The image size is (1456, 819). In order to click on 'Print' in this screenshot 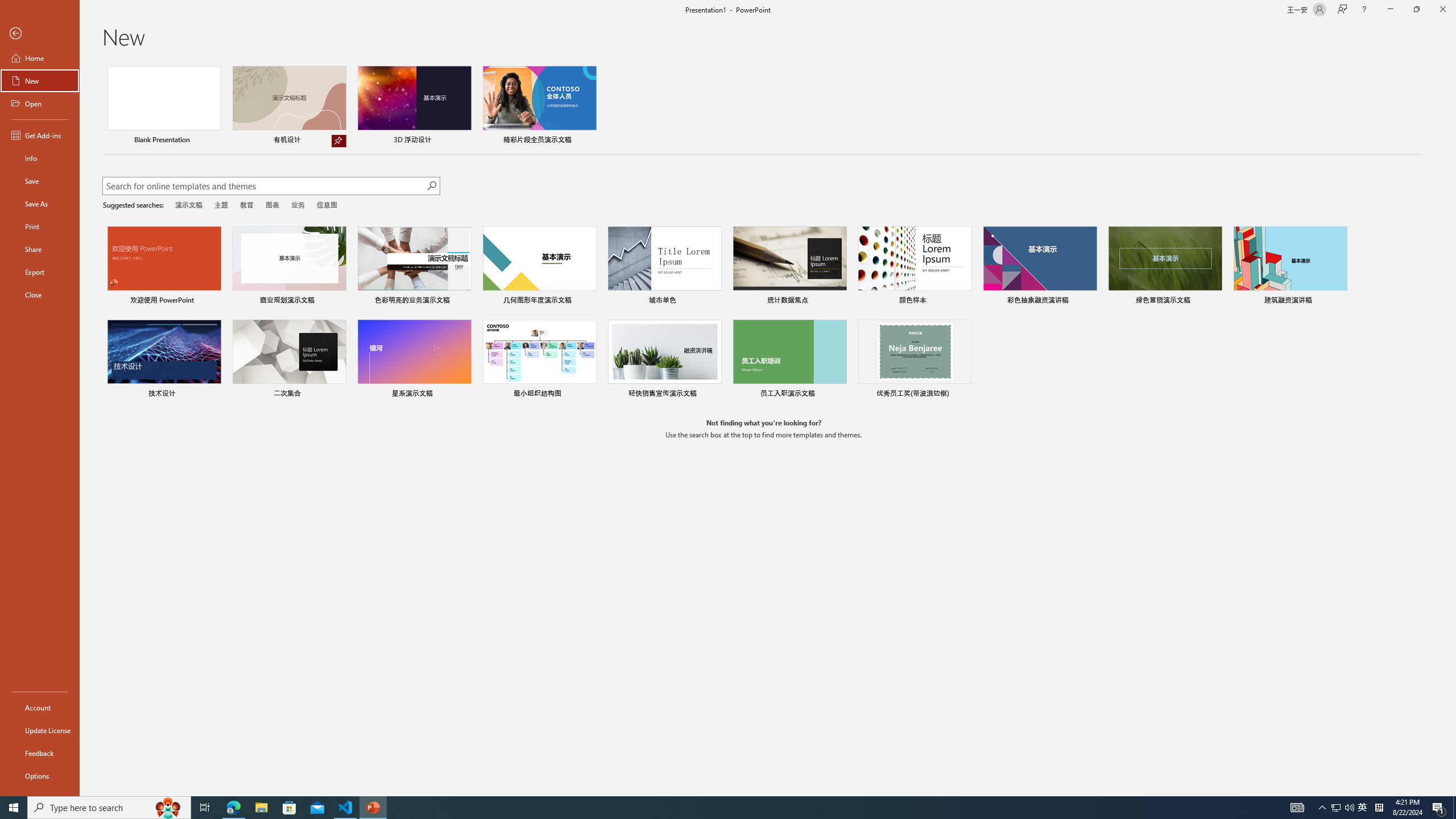, I will do `click(39, 226)`.